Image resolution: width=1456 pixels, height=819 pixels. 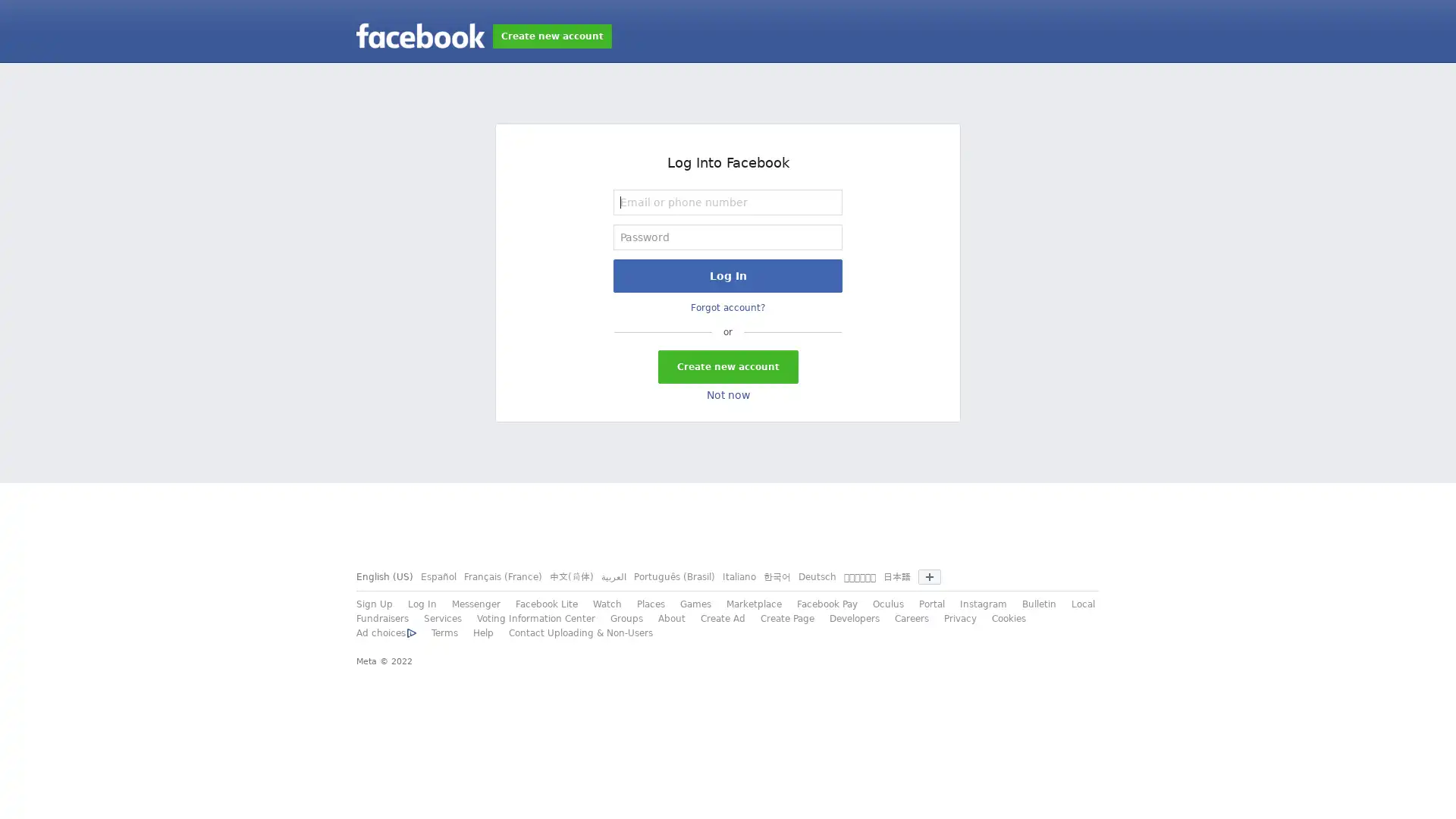 What do you see at coordinates (726, 366) in the screenshot?
I see `Create new account` at bounding box center [726, 366].